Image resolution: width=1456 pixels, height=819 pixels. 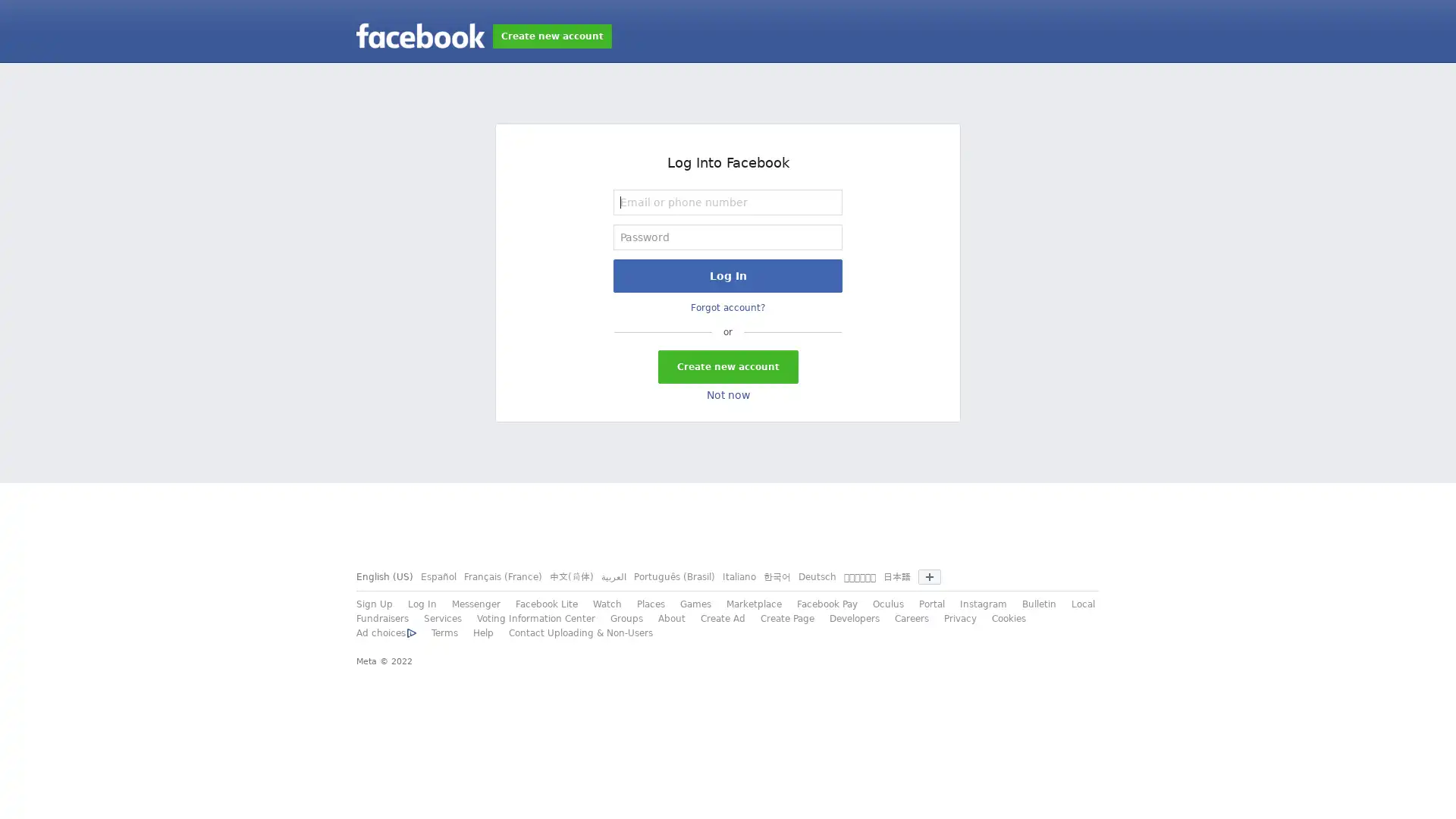 What do you see at coordinates (726, 366) in the screenshot?
I see `Create new account` at bounding box center [726, 366].